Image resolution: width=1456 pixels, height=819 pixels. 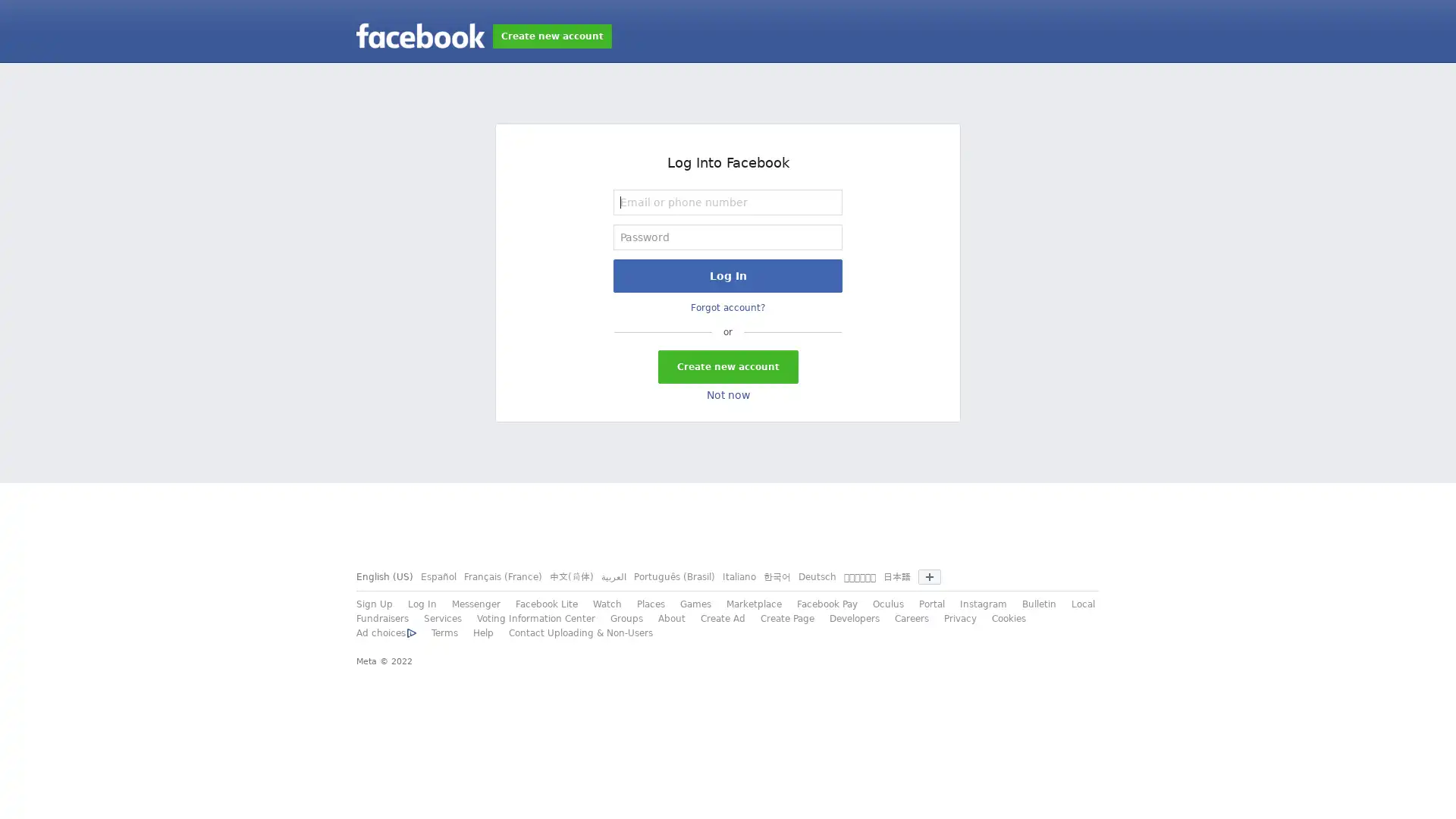 What do you see at coordinates (726, 366) in the screenshot?
I see `Create new account` at bounding box center [726, 366].